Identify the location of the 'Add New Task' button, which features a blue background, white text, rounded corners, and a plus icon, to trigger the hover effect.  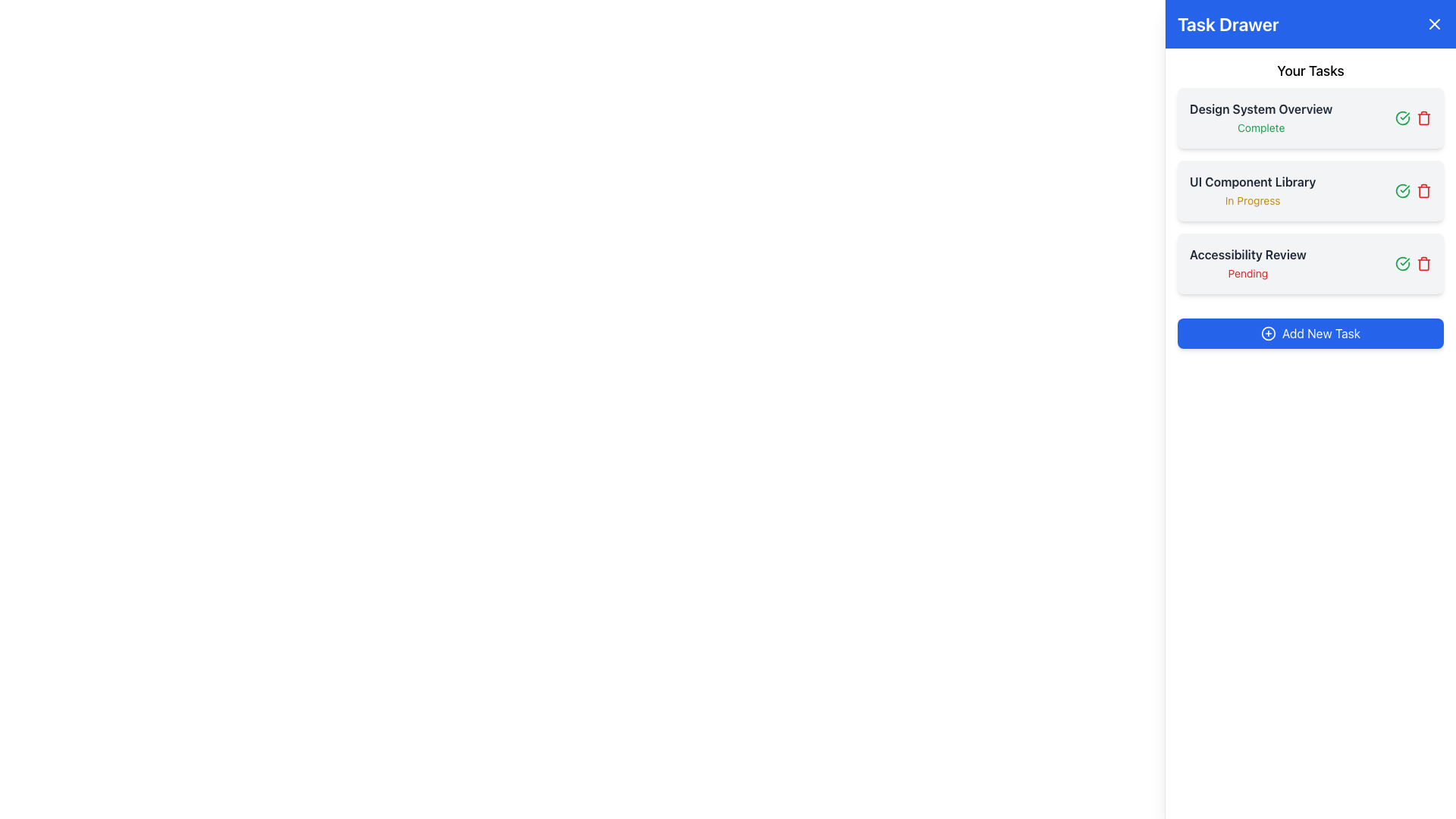
(1310, 332).